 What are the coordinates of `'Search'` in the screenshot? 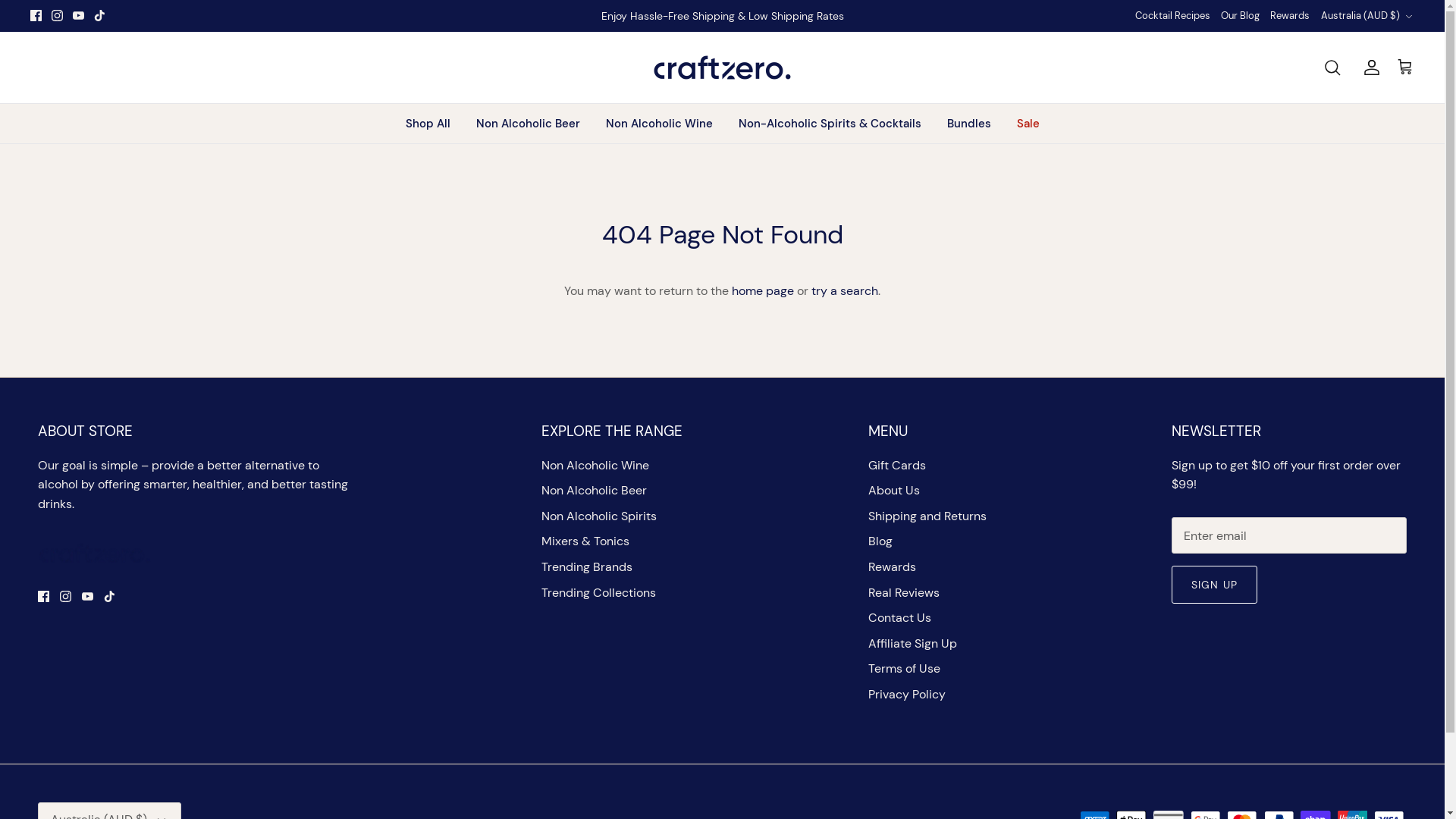 It's located at (1323, 66).